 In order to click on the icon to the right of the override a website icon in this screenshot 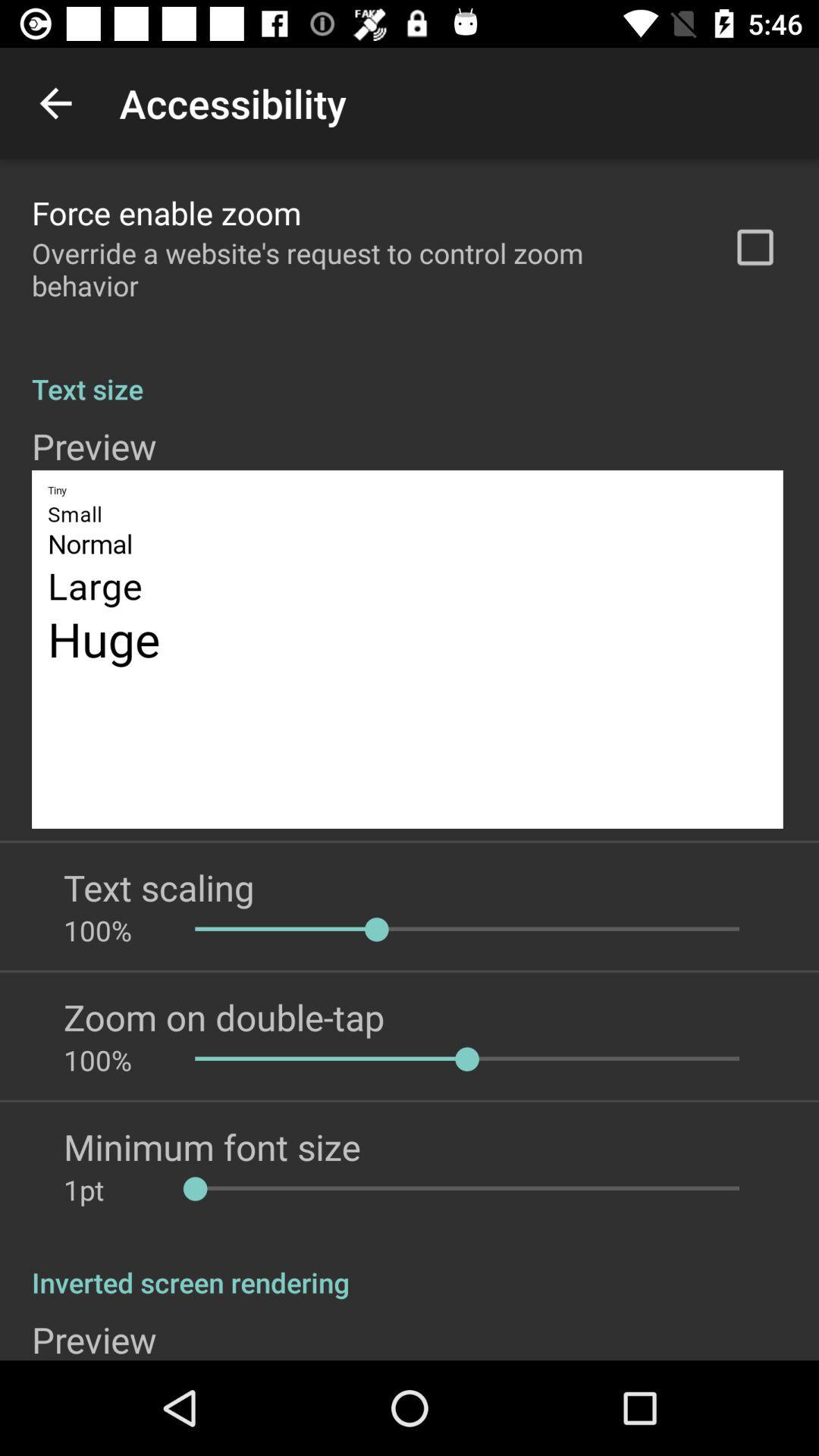, I will do `click(755, 247)`.